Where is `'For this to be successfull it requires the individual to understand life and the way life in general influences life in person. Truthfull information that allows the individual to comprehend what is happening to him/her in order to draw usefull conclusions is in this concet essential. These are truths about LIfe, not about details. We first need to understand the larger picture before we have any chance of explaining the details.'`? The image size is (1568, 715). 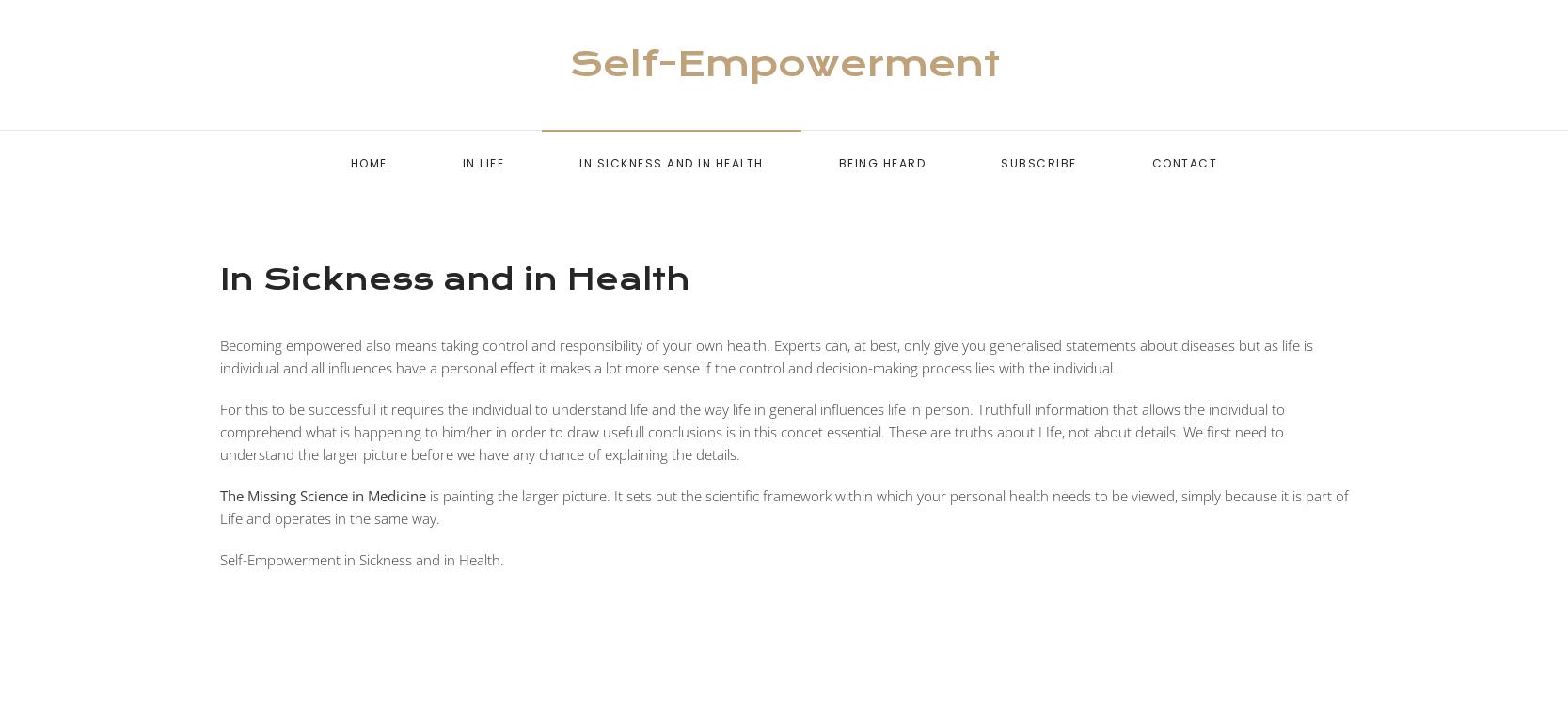
'For this to be successfull it requires the individual to understand life and the way life in general influences life in person. Truthfull information that allows the individual to comprehend what is happening to him/her in order to draw usefull conclusions is in this concet essential. These are truths about LIfe, not about details. We first need to understand the larger picture before we have any chance of explaining the details.' is located at coordinates (751, 429).